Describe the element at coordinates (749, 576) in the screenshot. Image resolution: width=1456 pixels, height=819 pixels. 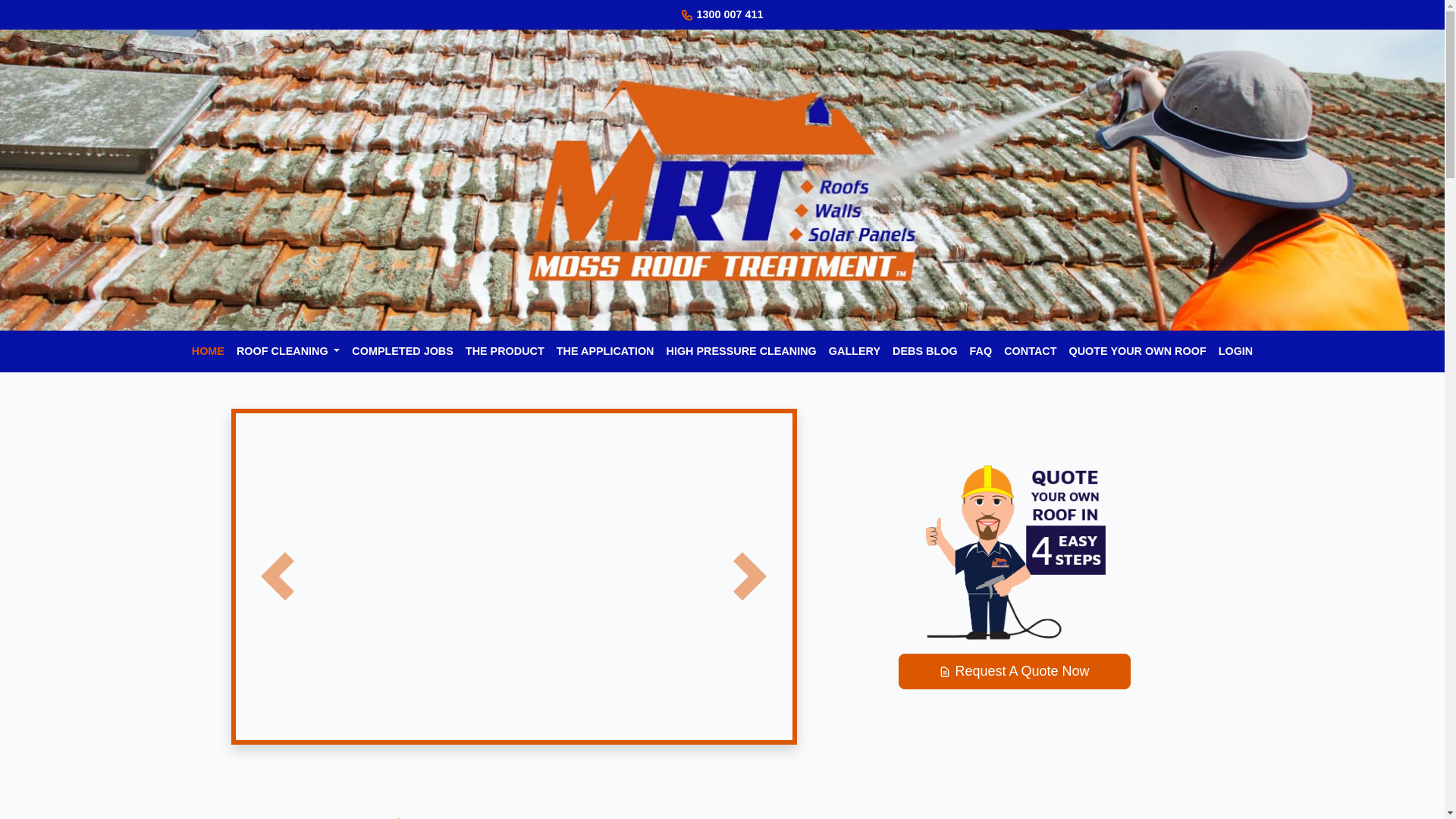
I see `'Next'` at that location.